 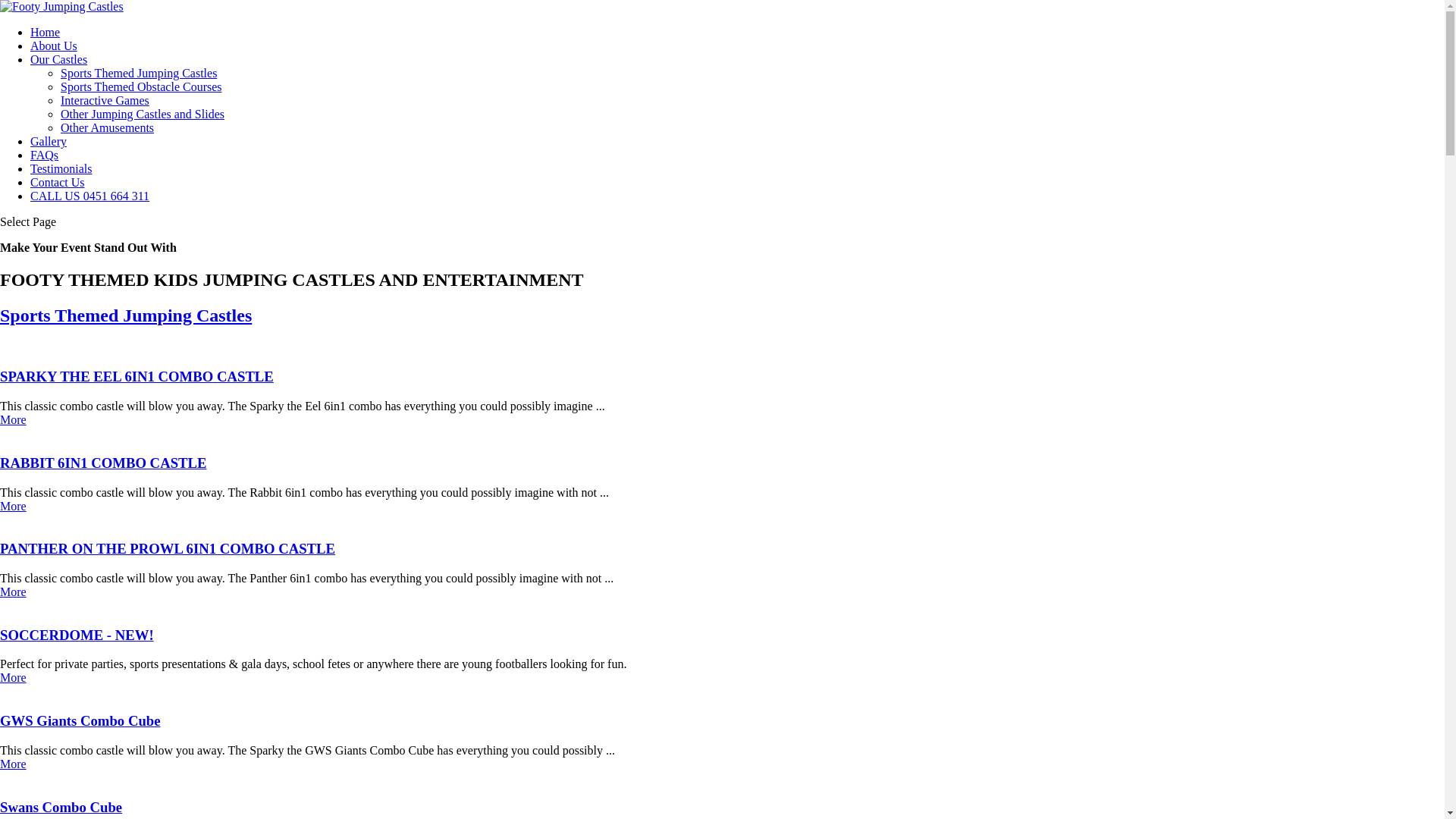 What do you see at coordinates (141, 86) in the screenshot?
I see `'Sports Themed Obstacle Courses'` at bounding box center [141, 86].